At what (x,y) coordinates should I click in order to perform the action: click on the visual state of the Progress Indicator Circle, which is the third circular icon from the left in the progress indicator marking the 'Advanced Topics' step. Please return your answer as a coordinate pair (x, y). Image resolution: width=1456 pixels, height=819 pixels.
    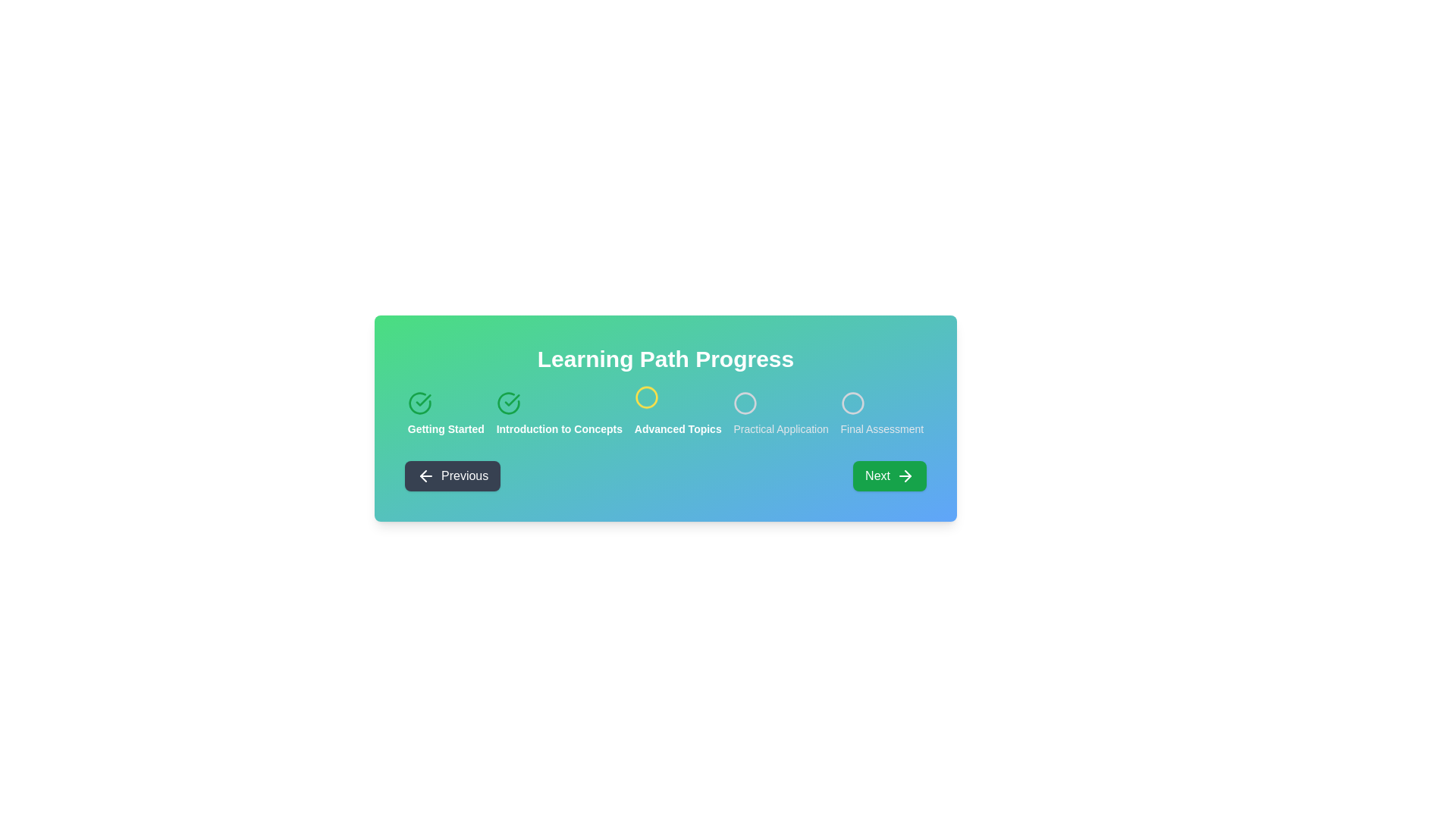
    Looking at the image, I should click on (646, 400).